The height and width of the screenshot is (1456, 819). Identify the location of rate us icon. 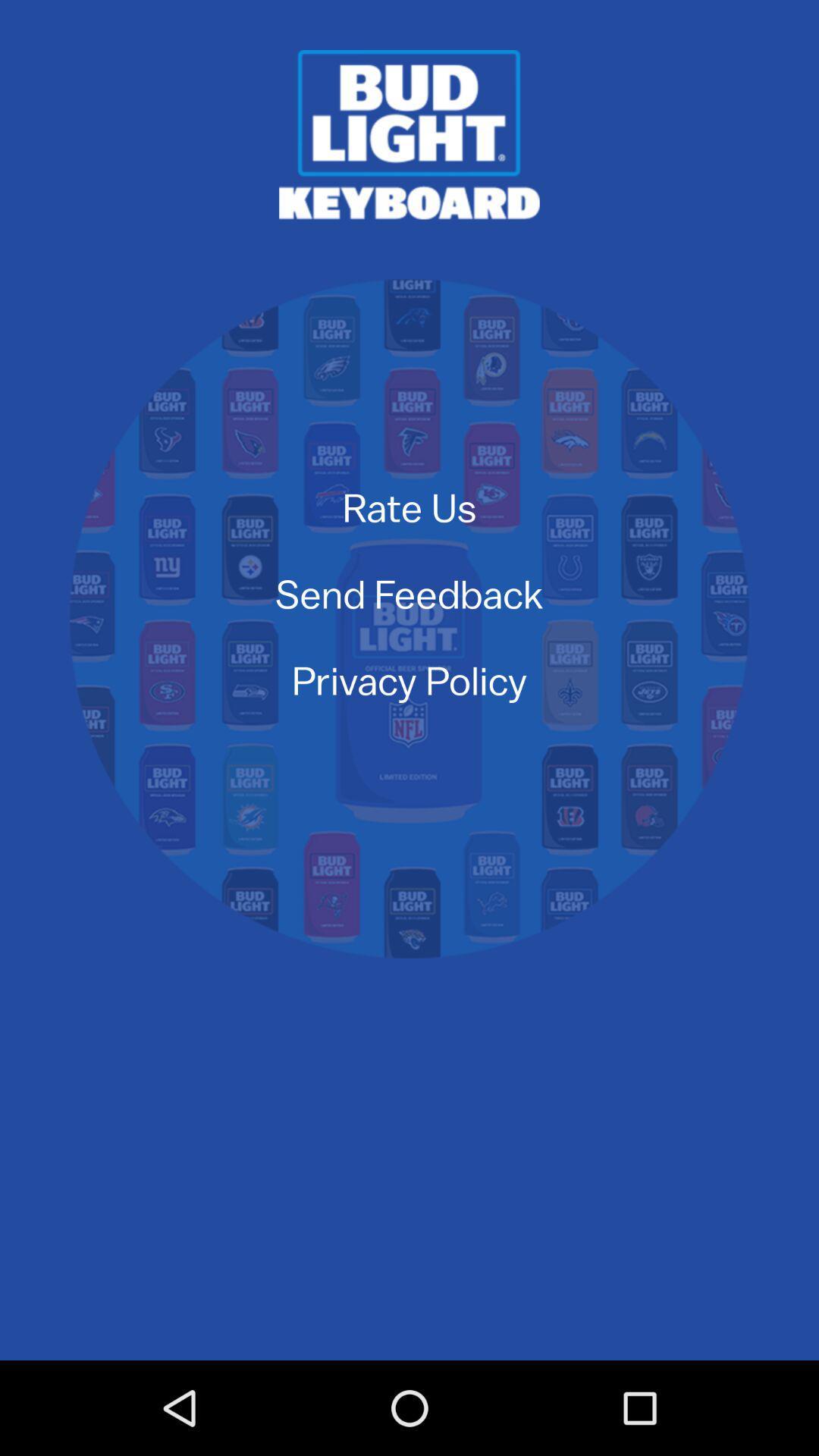
(409, 507).